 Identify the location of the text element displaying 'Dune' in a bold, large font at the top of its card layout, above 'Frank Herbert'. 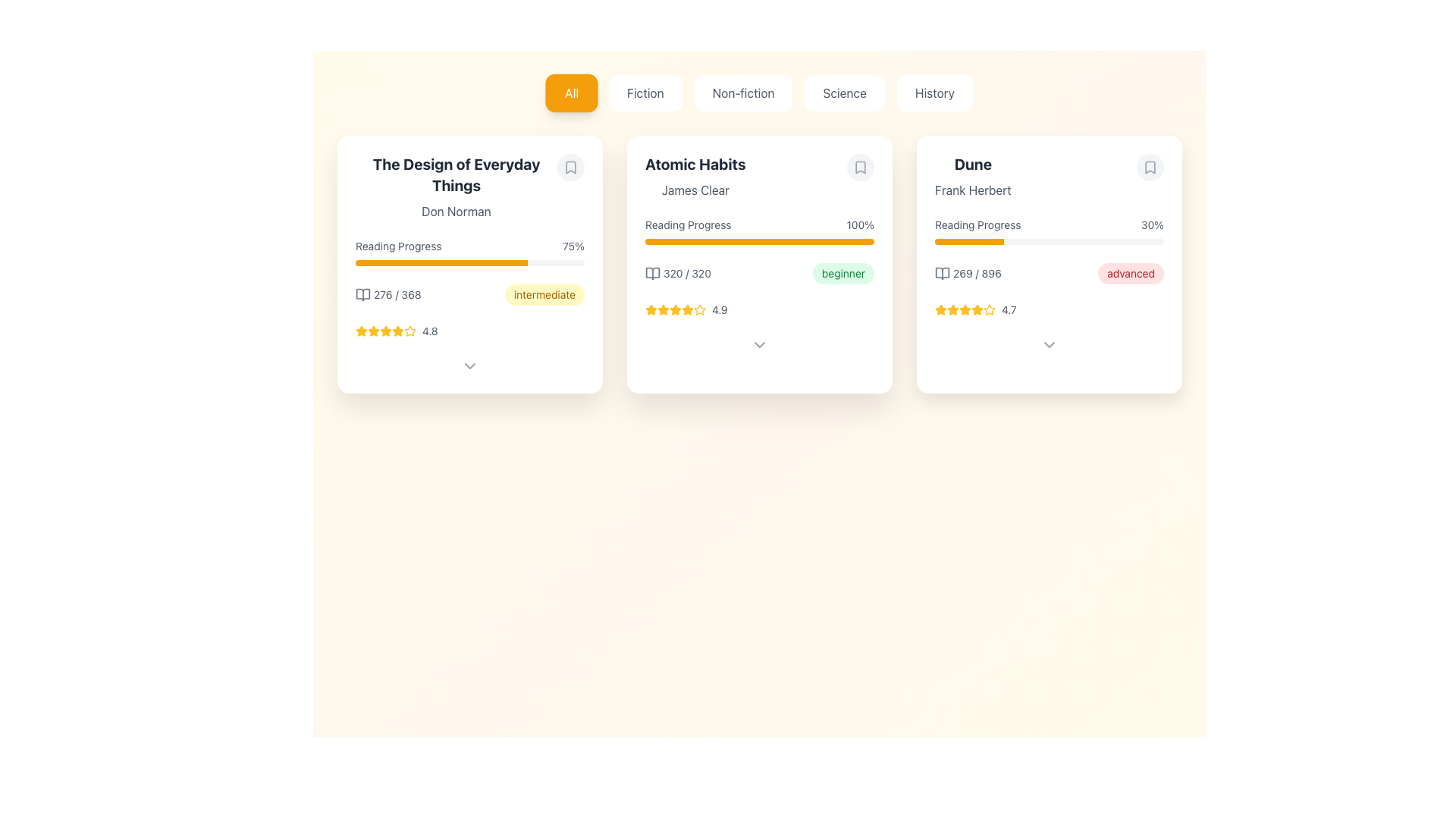
(973, 164).